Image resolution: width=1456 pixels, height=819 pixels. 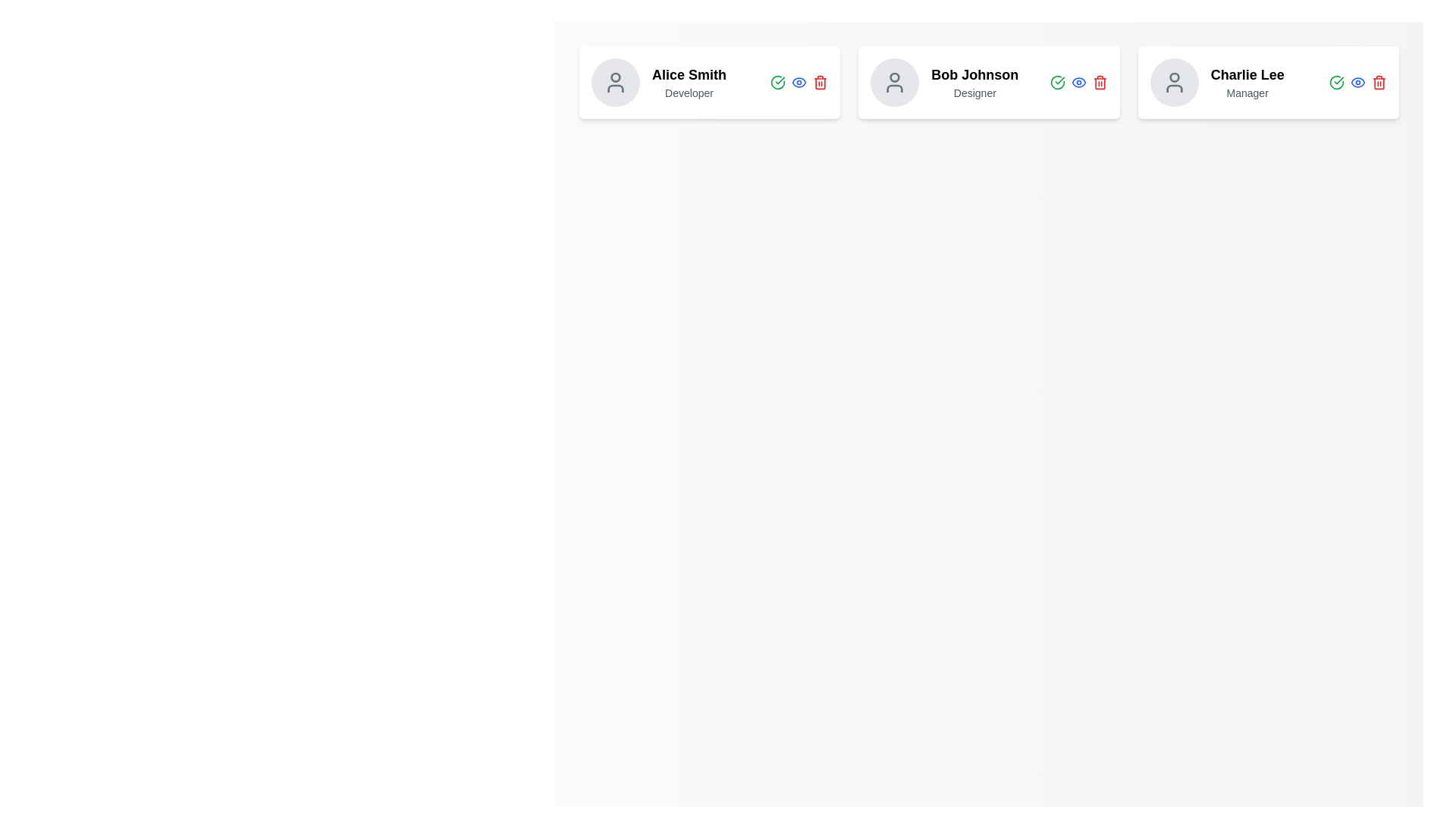 What do you see at coordinates (778, 82) in the screenshot?
I see `the circular green icon with a checkmark inside, located next to 'Alice Smith - Developer' in the top-left corner of the interface` at bounding box center [778, 82].